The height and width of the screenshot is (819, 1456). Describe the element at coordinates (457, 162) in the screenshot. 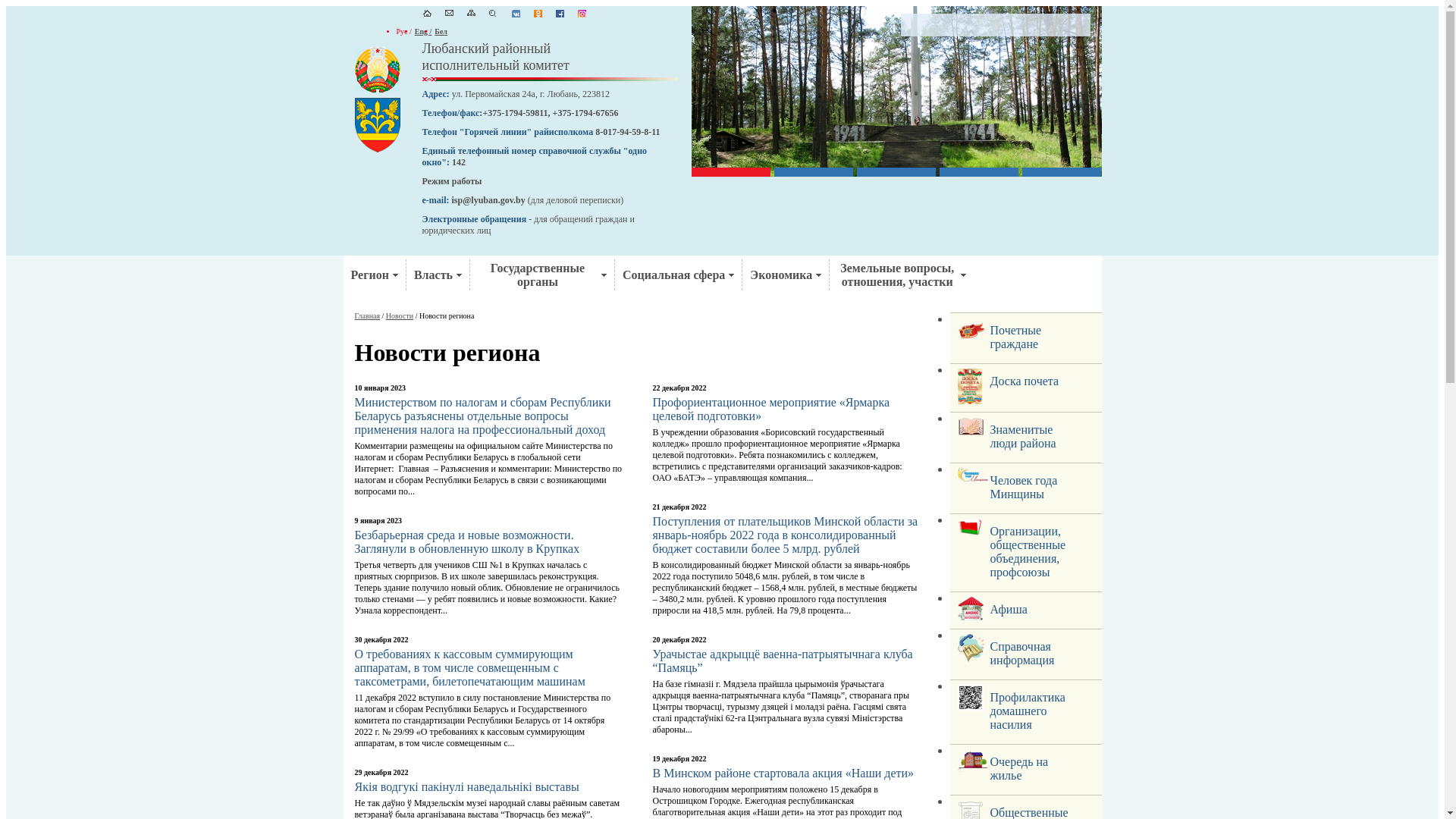

I see `'142'` at that location.